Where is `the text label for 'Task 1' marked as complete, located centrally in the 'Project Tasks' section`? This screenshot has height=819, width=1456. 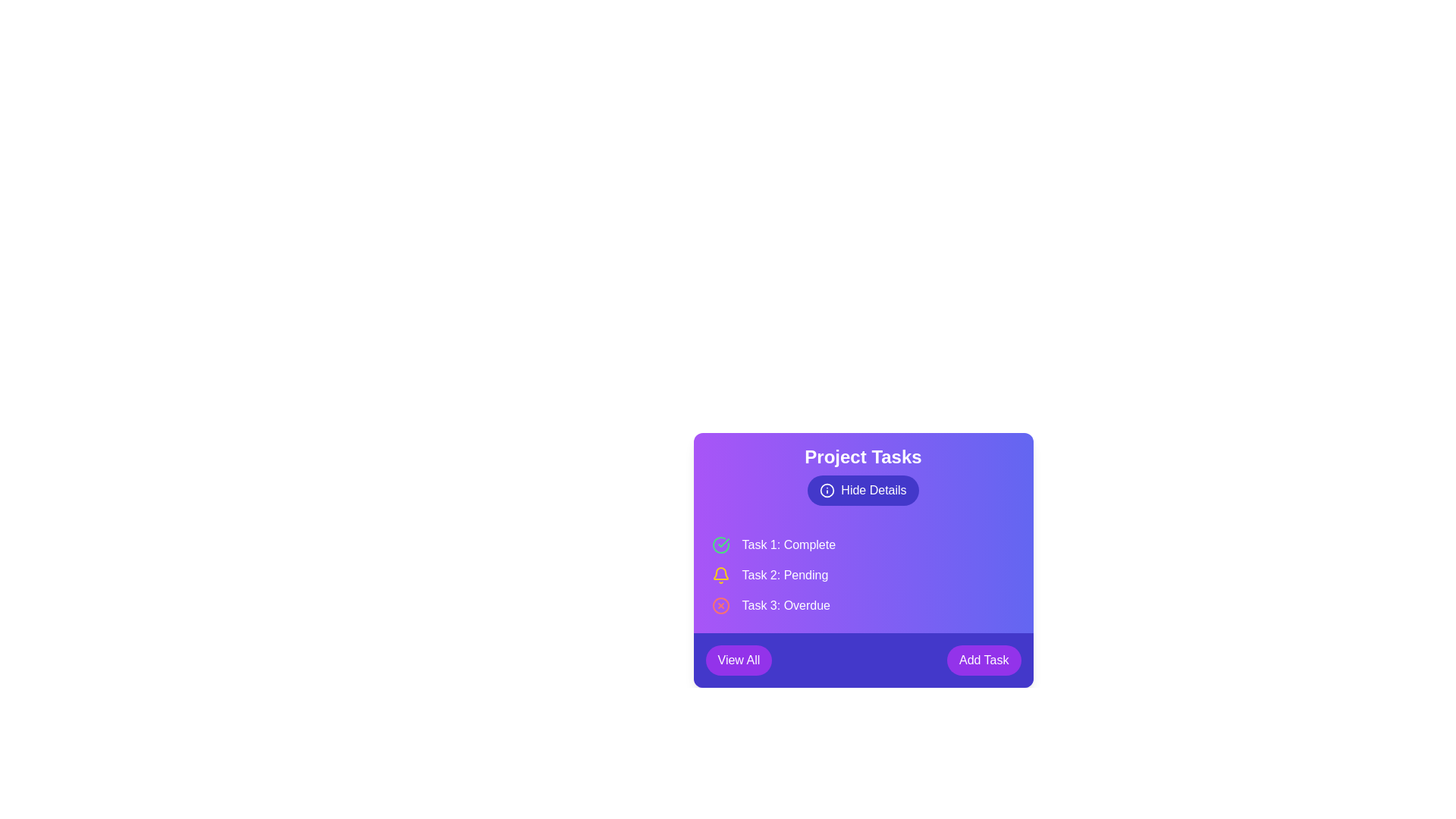 the text label for 'Task 1' marked as complete, located centrally in the 'Project Tasks' section is located at coordinates (789, 544).